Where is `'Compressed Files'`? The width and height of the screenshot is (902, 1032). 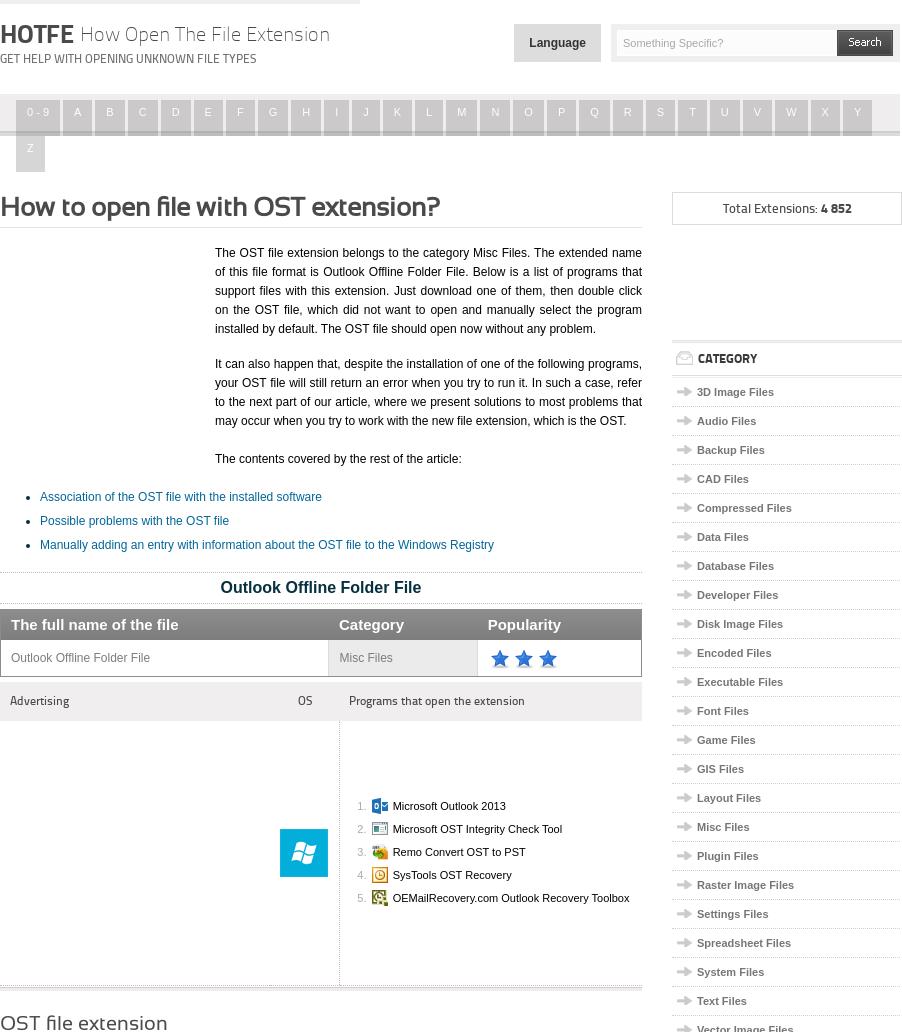 'Compressed Files' is located at coordinates (743, 506).